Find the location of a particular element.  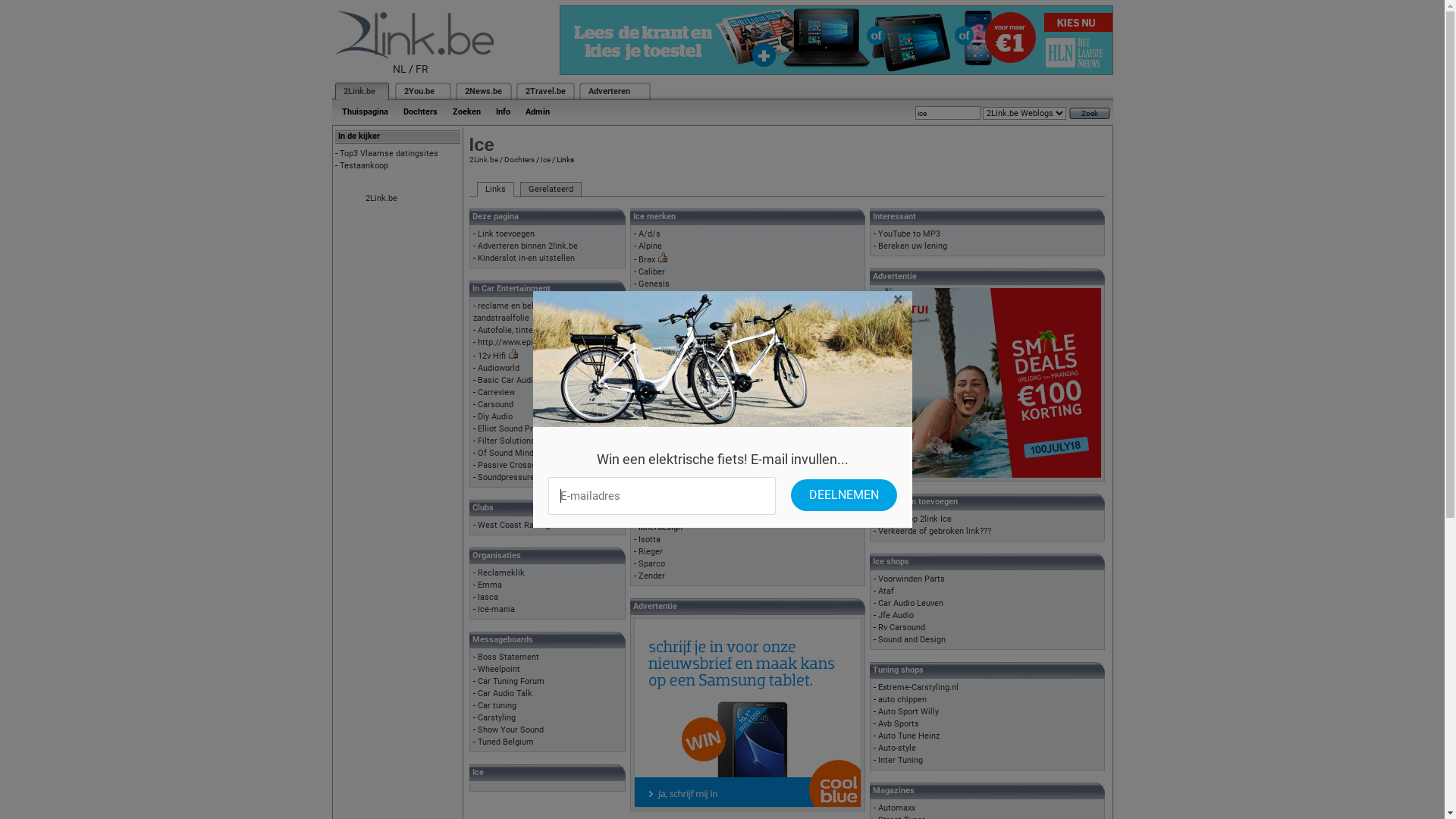

'Car Audio Talk' is located at coordinates (505, 693).